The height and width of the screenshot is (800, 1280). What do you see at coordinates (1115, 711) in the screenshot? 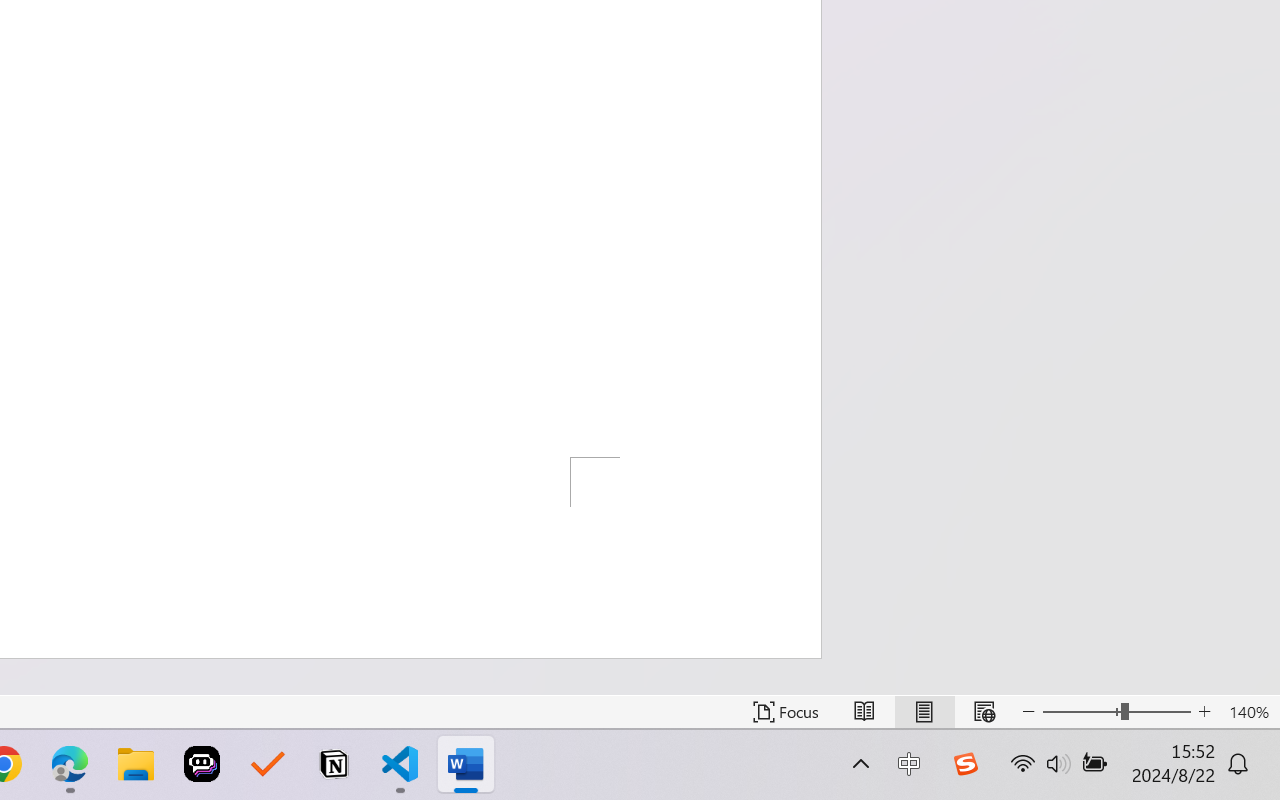
I see `'Zoom'` at bounding box center [1115, 711].